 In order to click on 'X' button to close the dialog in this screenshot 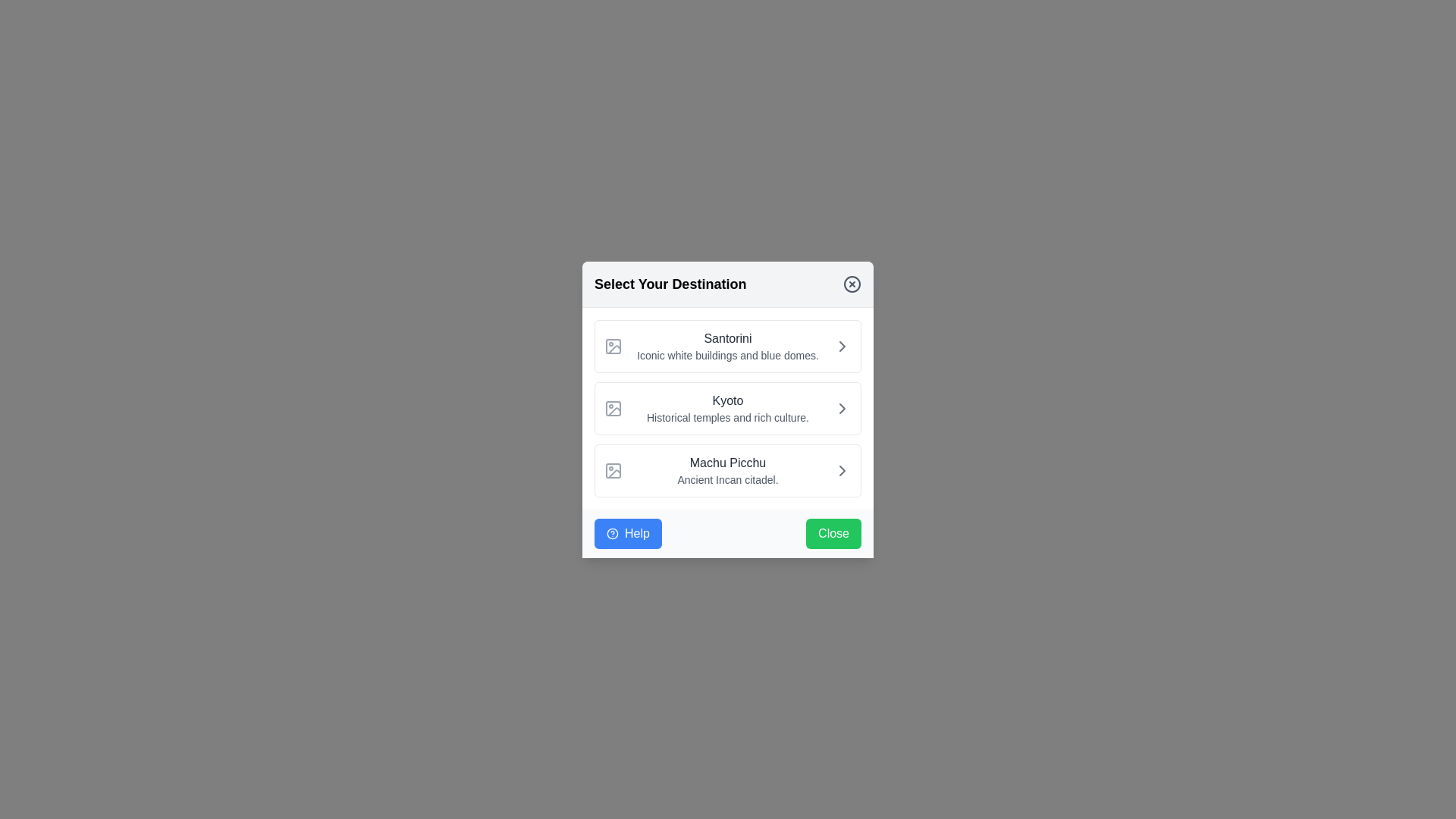, I will do `click(852, 284)`.